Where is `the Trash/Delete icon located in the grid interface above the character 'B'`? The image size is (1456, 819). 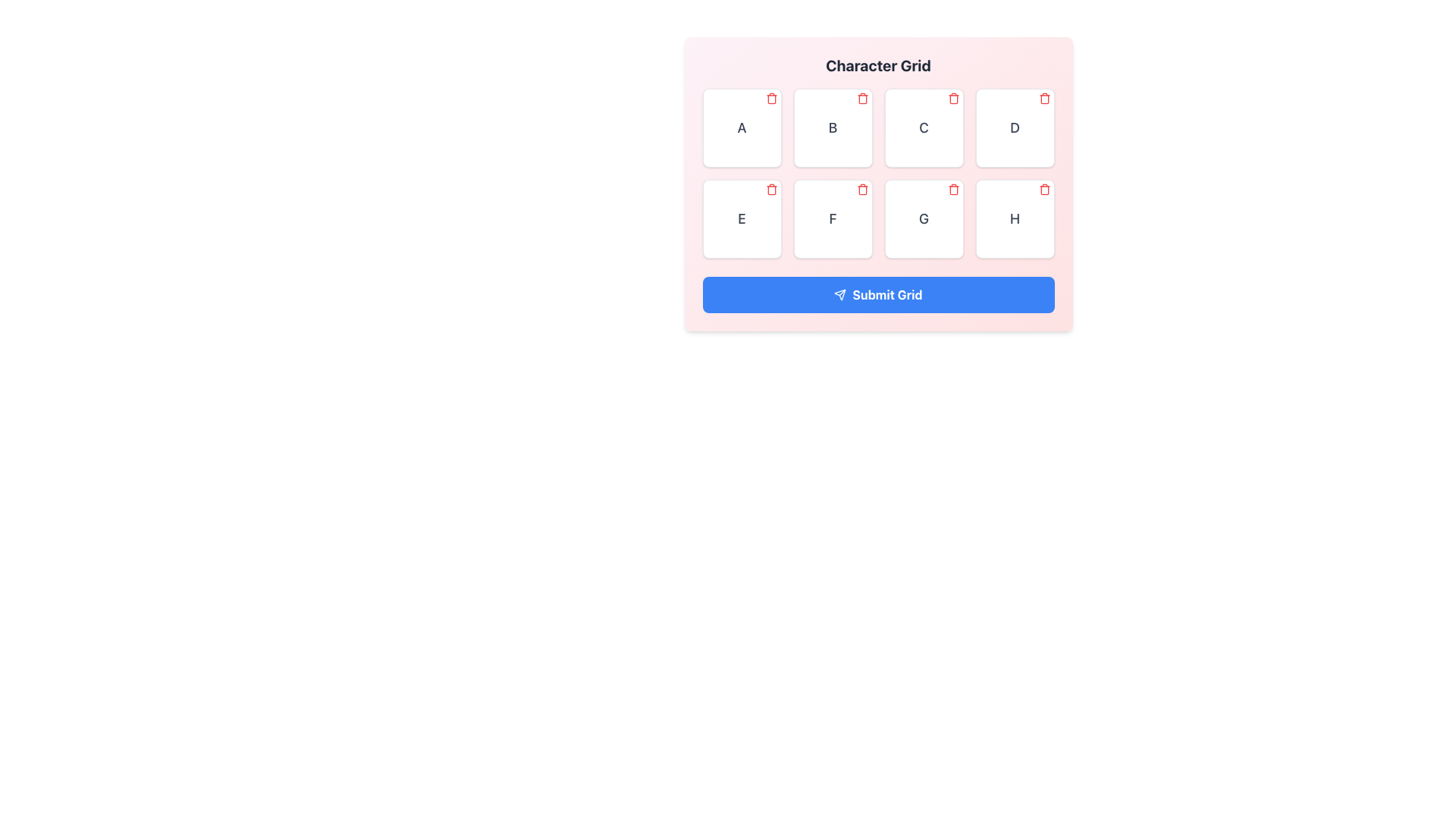
the Trash/Delete icon located in the grid interface above the character 'B' is located at coordinates (862, 99).